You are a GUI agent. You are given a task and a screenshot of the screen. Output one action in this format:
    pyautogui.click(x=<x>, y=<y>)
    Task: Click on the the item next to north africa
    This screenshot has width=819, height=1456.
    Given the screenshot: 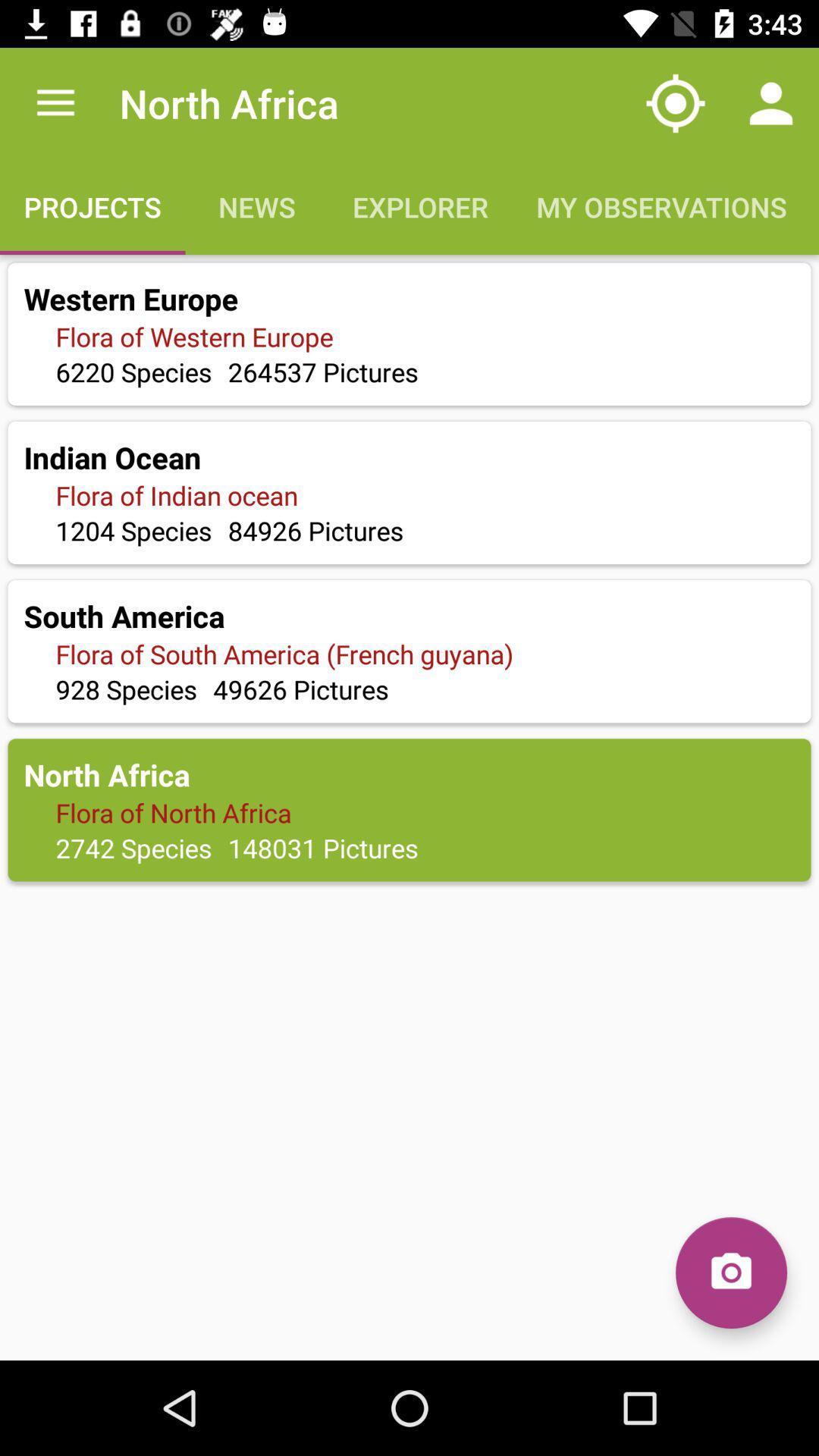 What is the action you would take?
    pyautogui.click(x=55, y=102)
    